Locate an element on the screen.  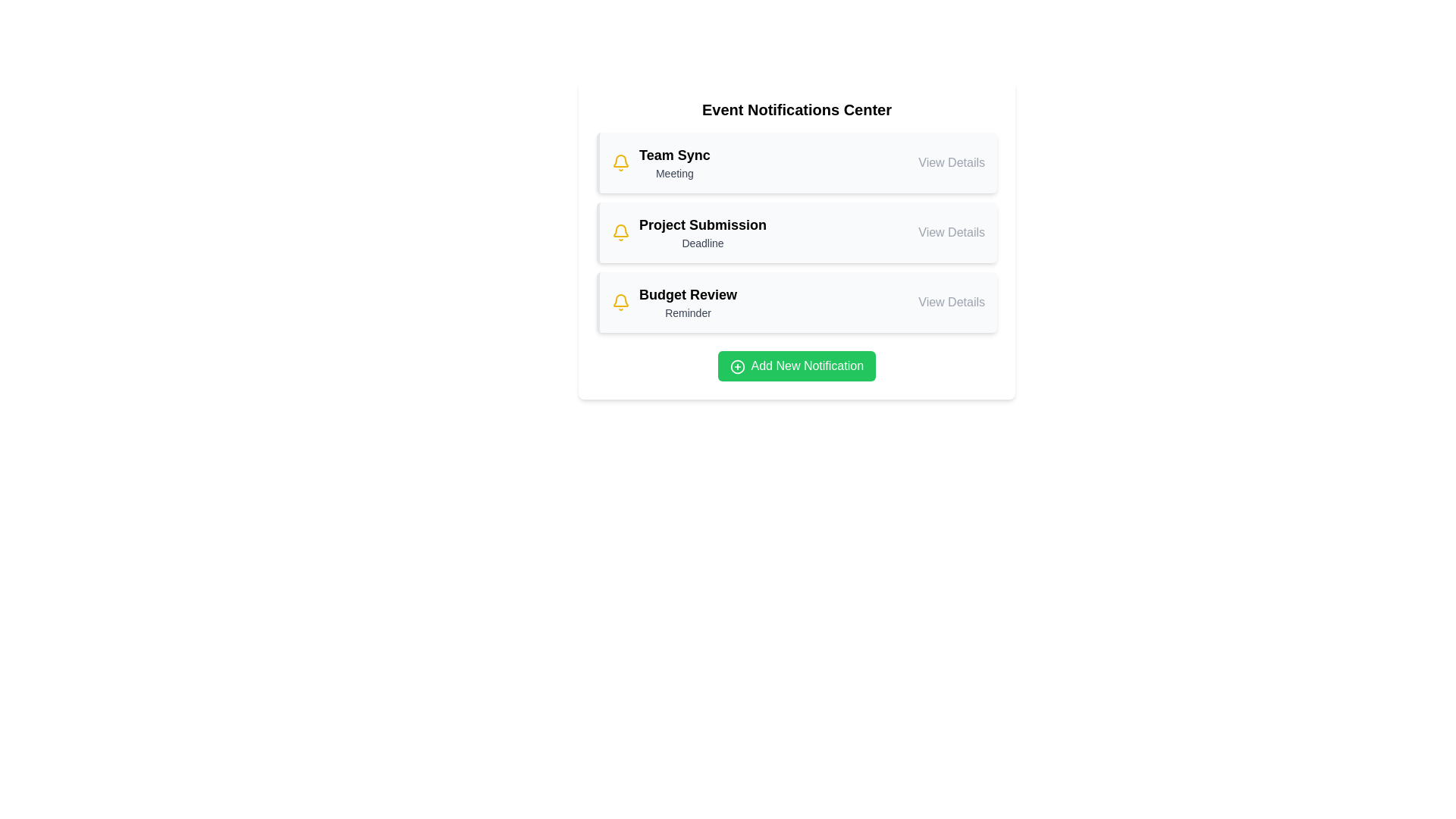
the Notification card titled 'Team Sync' with a subtitle 'Meeting' and a 'View Details' link, which is the first card in the vertical list of notifications is located at coordinates (797, 163).